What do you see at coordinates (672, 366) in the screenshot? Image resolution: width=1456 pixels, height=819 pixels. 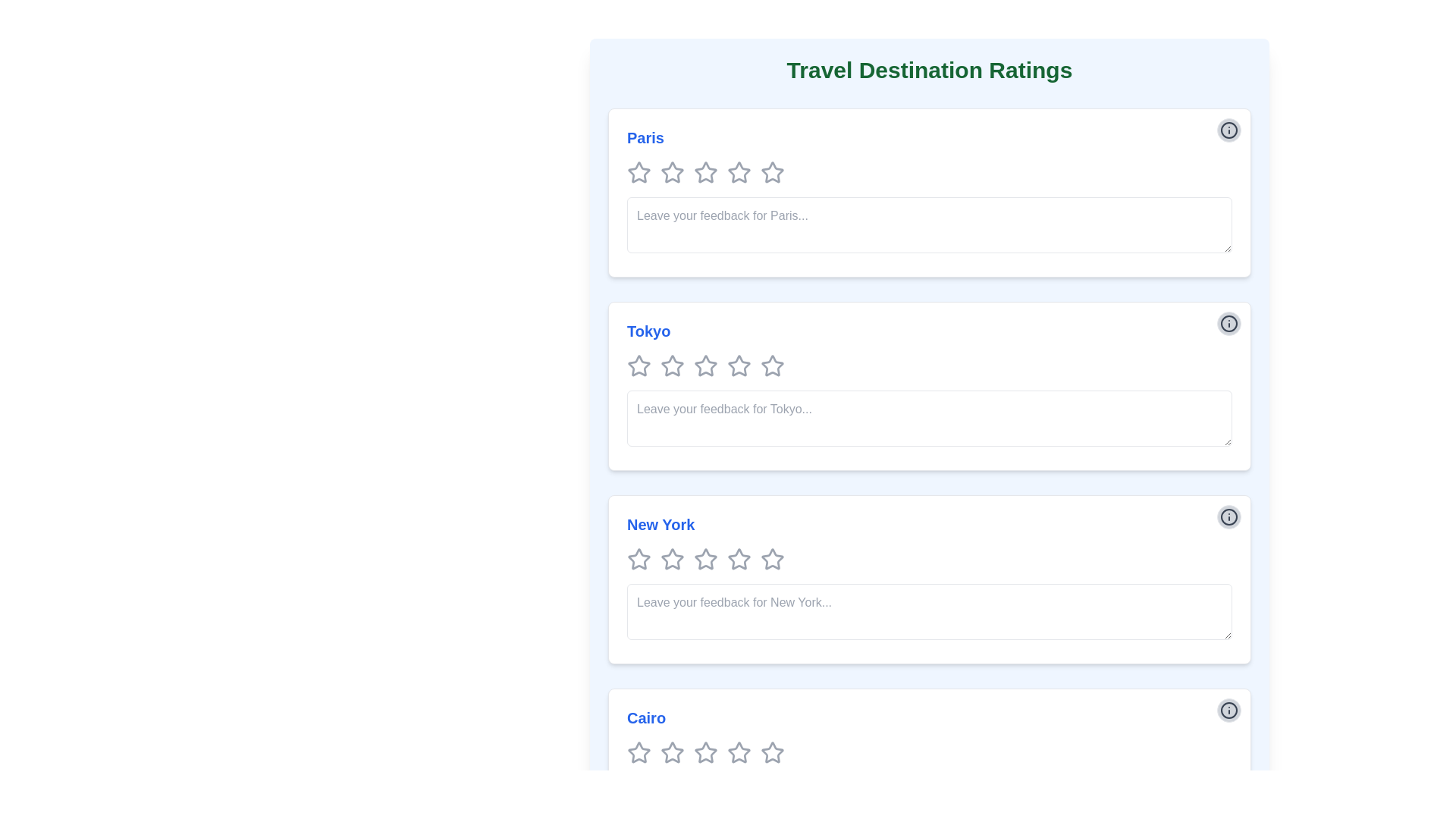 I see `the second star in the 'Tokyo' rating block to indicate a potential rating` at bounding box center [672, 366].